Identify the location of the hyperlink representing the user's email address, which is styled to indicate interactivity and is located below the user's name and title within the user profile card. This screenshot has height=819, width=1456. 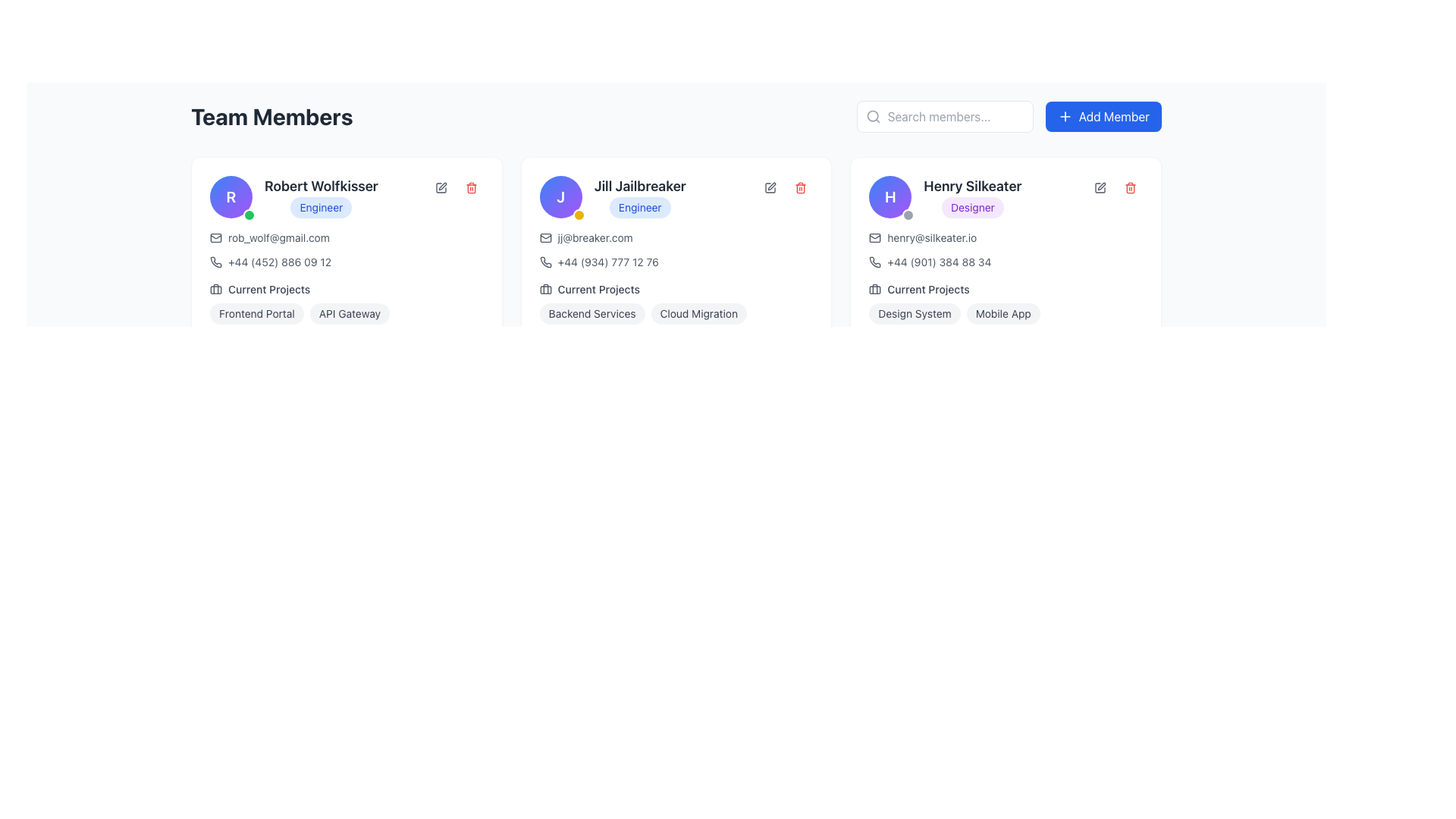
(278, 237).